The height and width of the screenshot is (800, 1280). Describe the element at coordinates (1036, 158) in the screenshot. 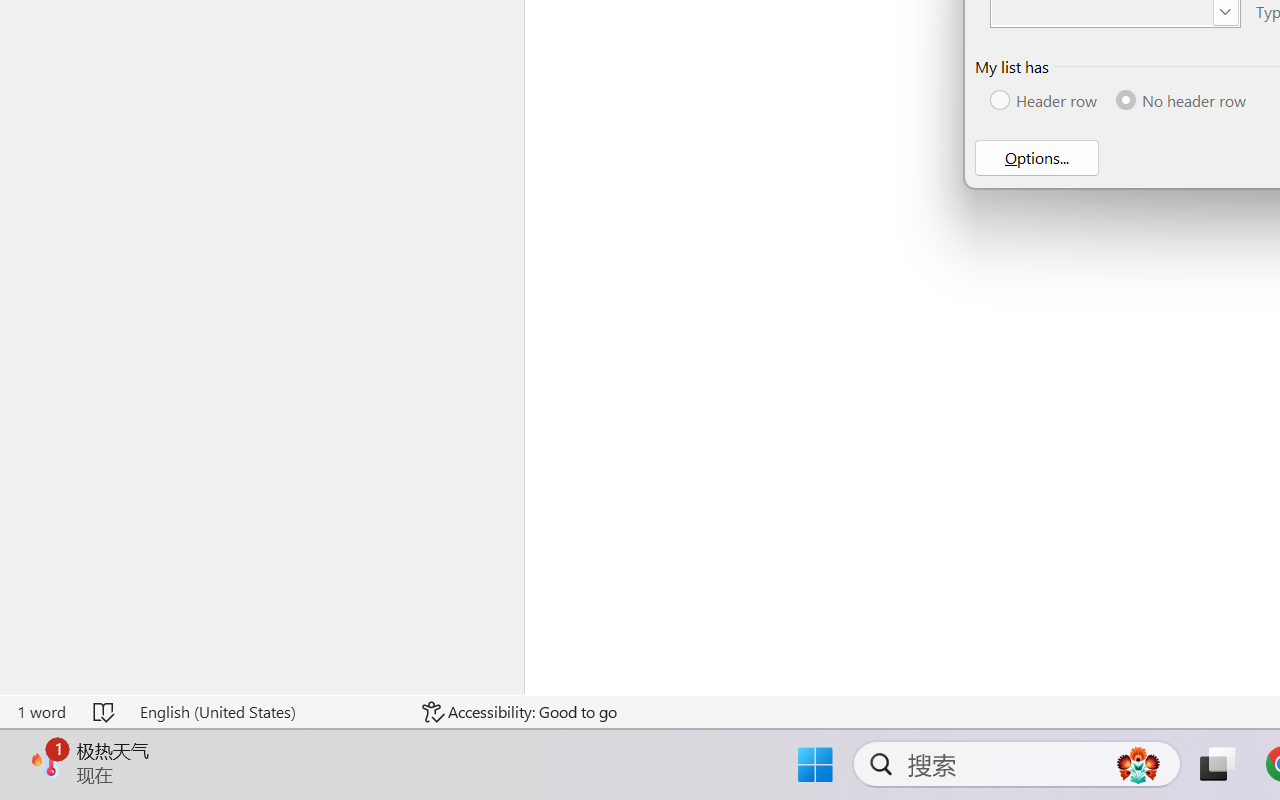

I see `'Options...'` at that location.